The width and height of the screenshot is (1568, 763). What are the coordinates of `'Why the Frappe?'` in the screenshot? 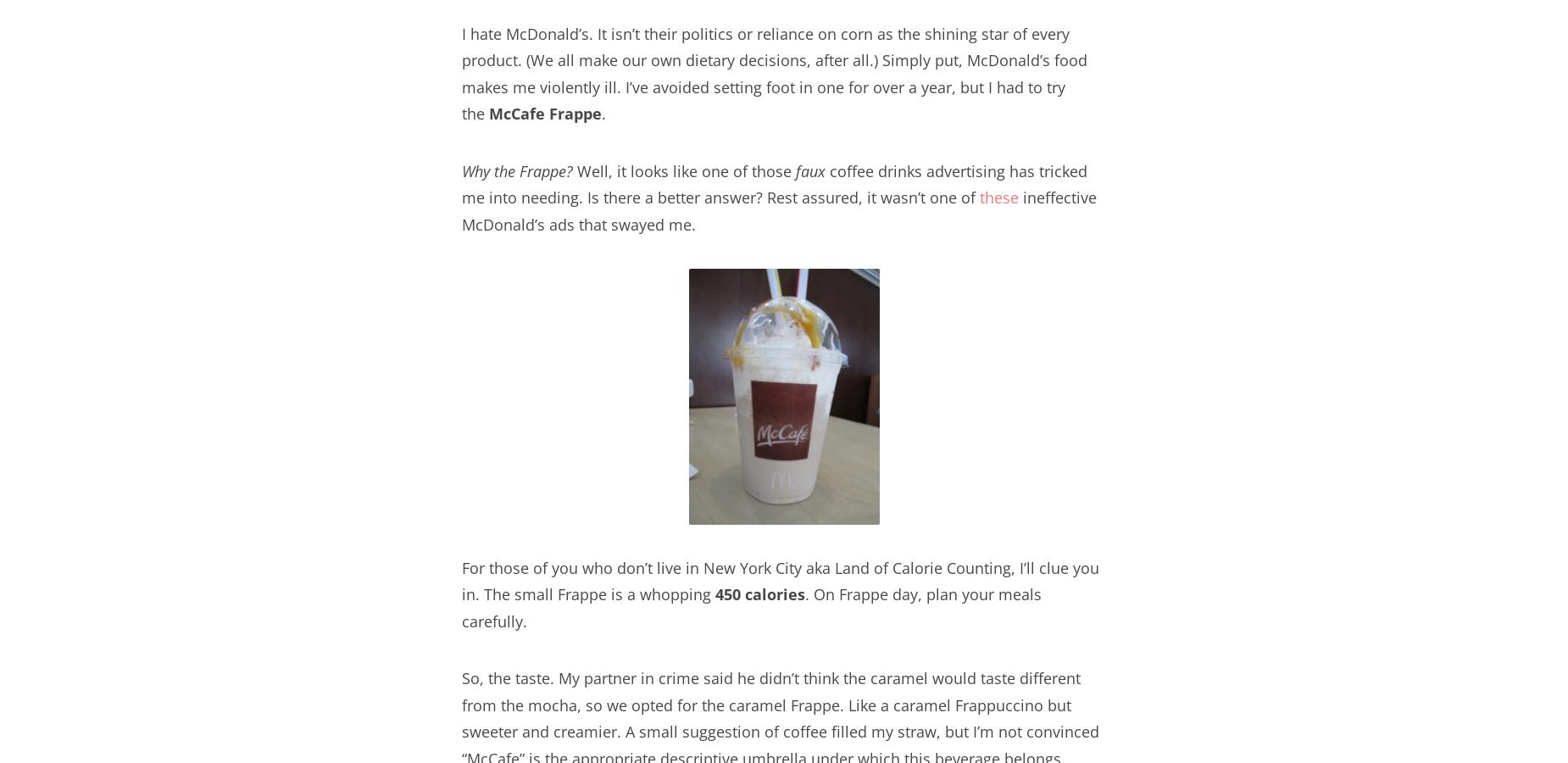 It's located at (462, 170).